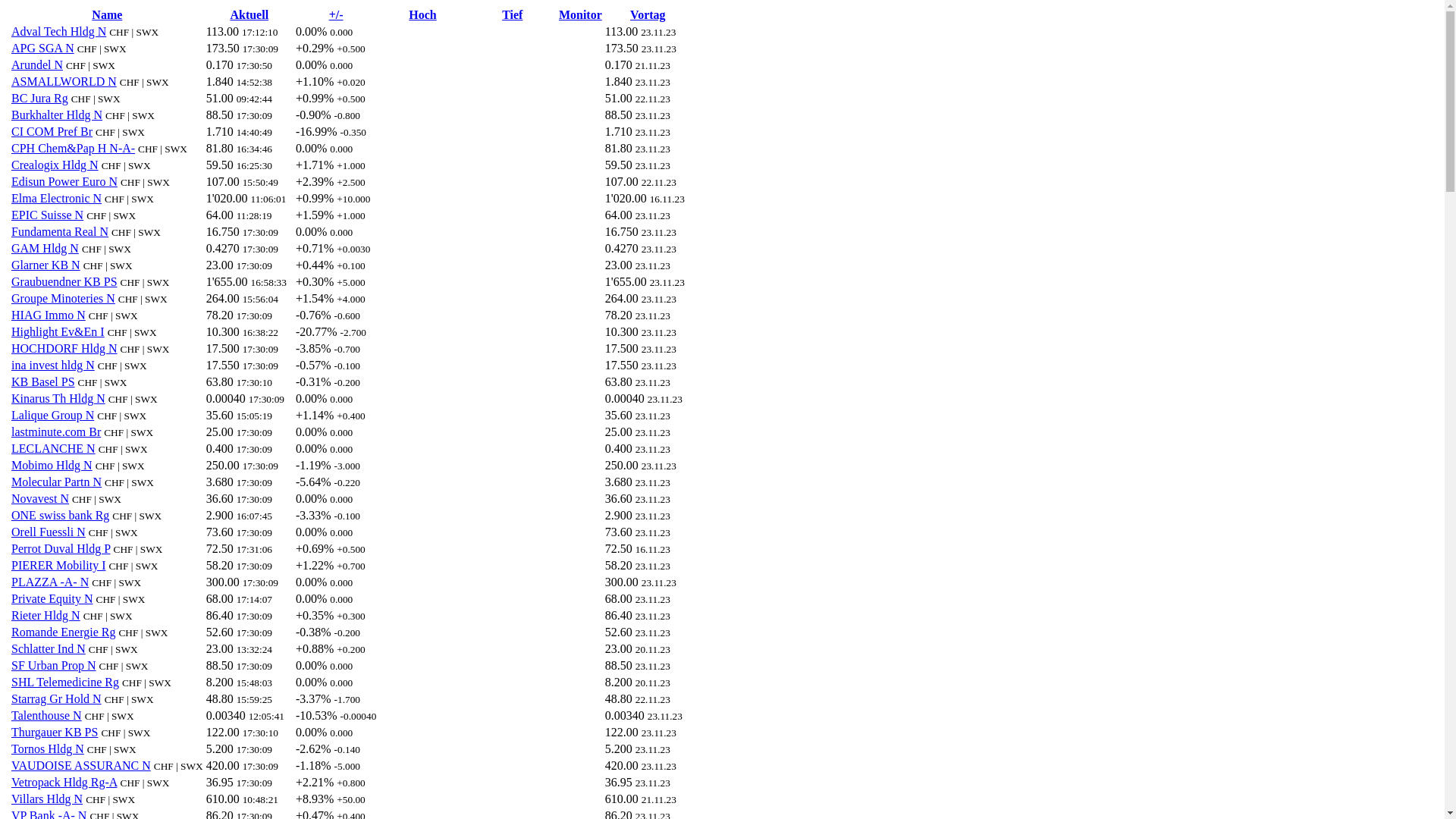 The height and width of the screenshot is (819, 1456). Describe the element at coordinates (56, 482) in the screenshot. I see `'Molecular Partn N'` at that location.